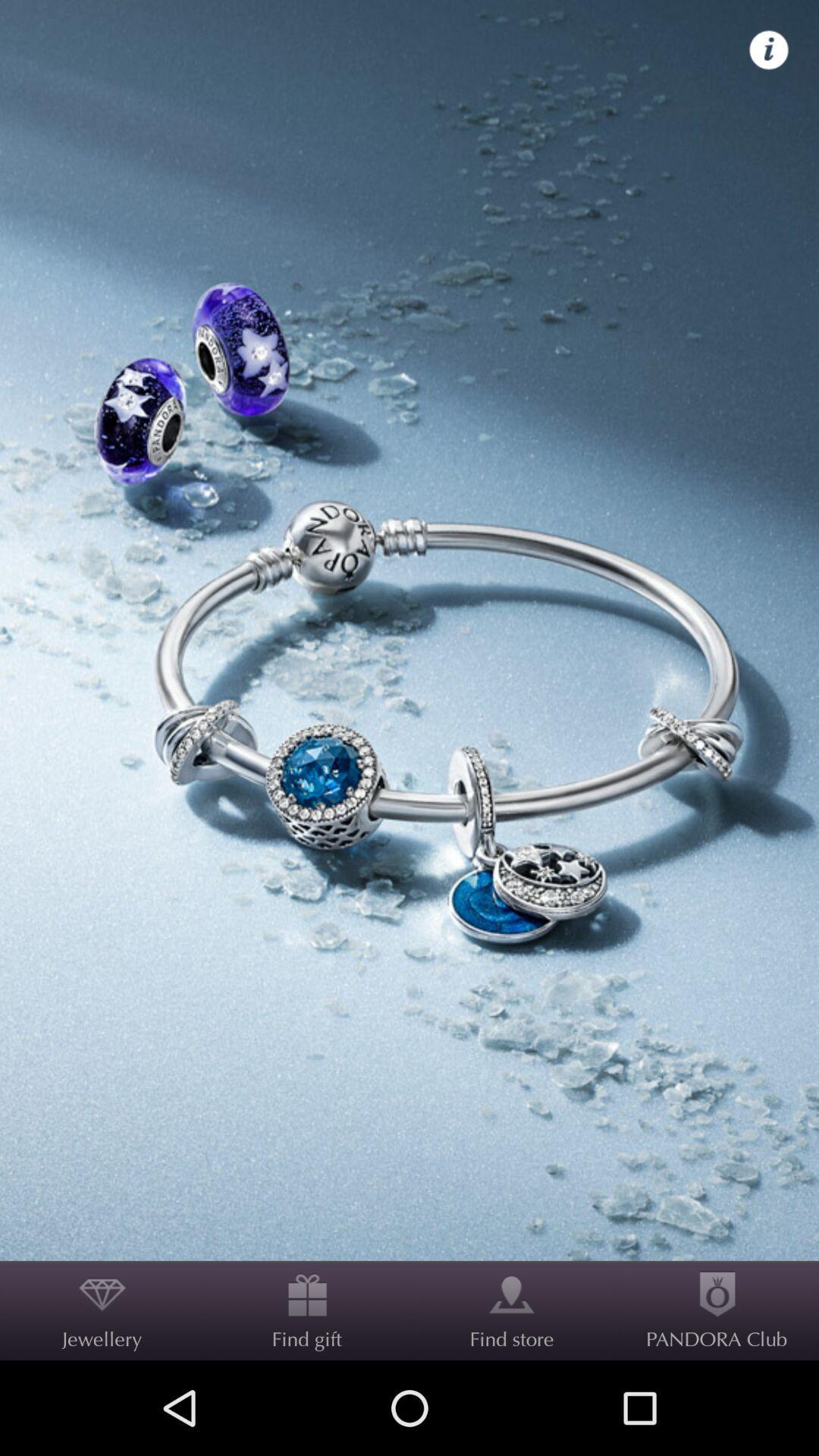  Describe the element at coordinates (769, 53) in the screenshot. I see `the info icon` at that location.